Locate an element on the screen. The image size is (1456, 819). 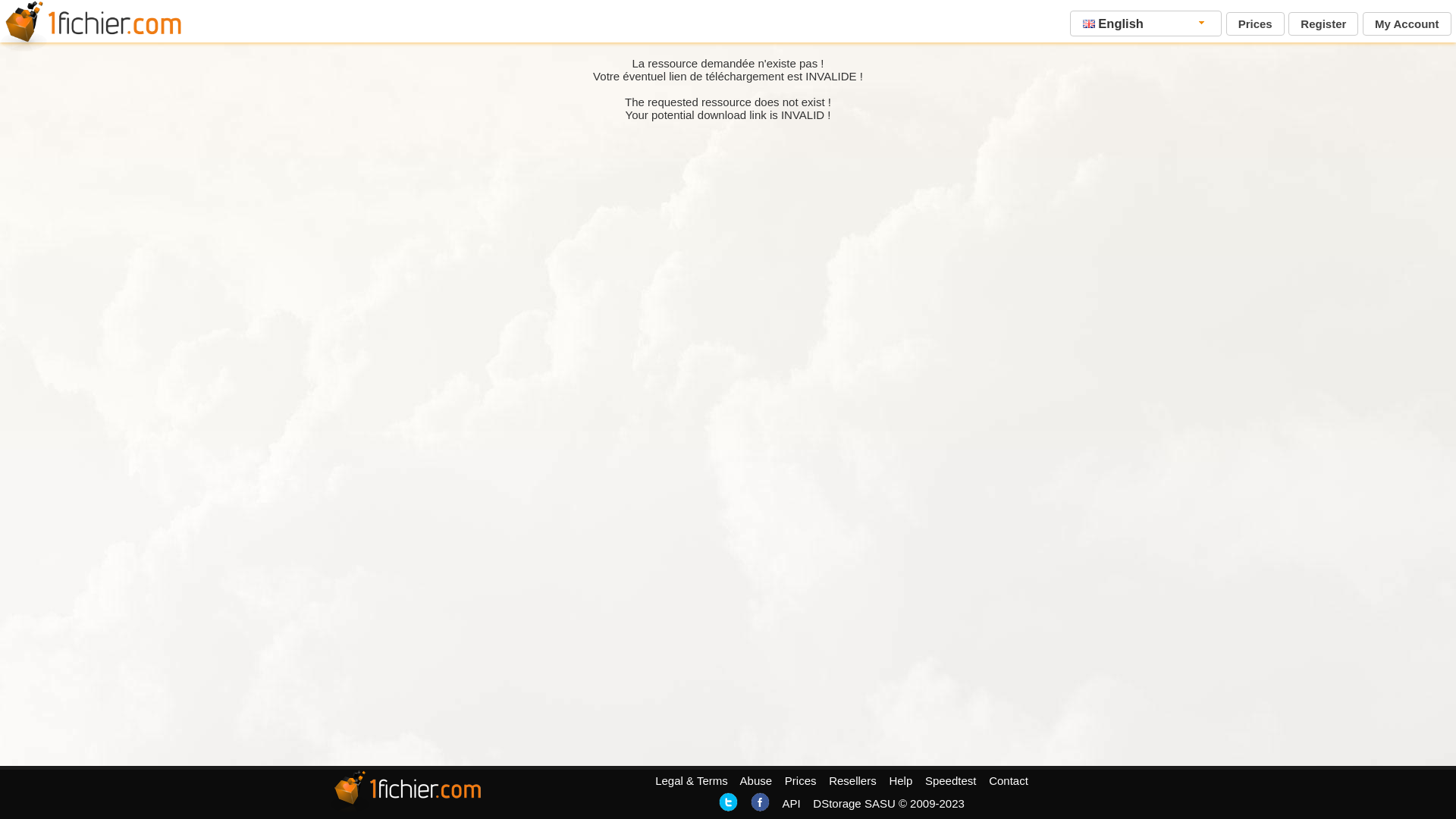
'Contact' is located at coordinates (1008, 780).